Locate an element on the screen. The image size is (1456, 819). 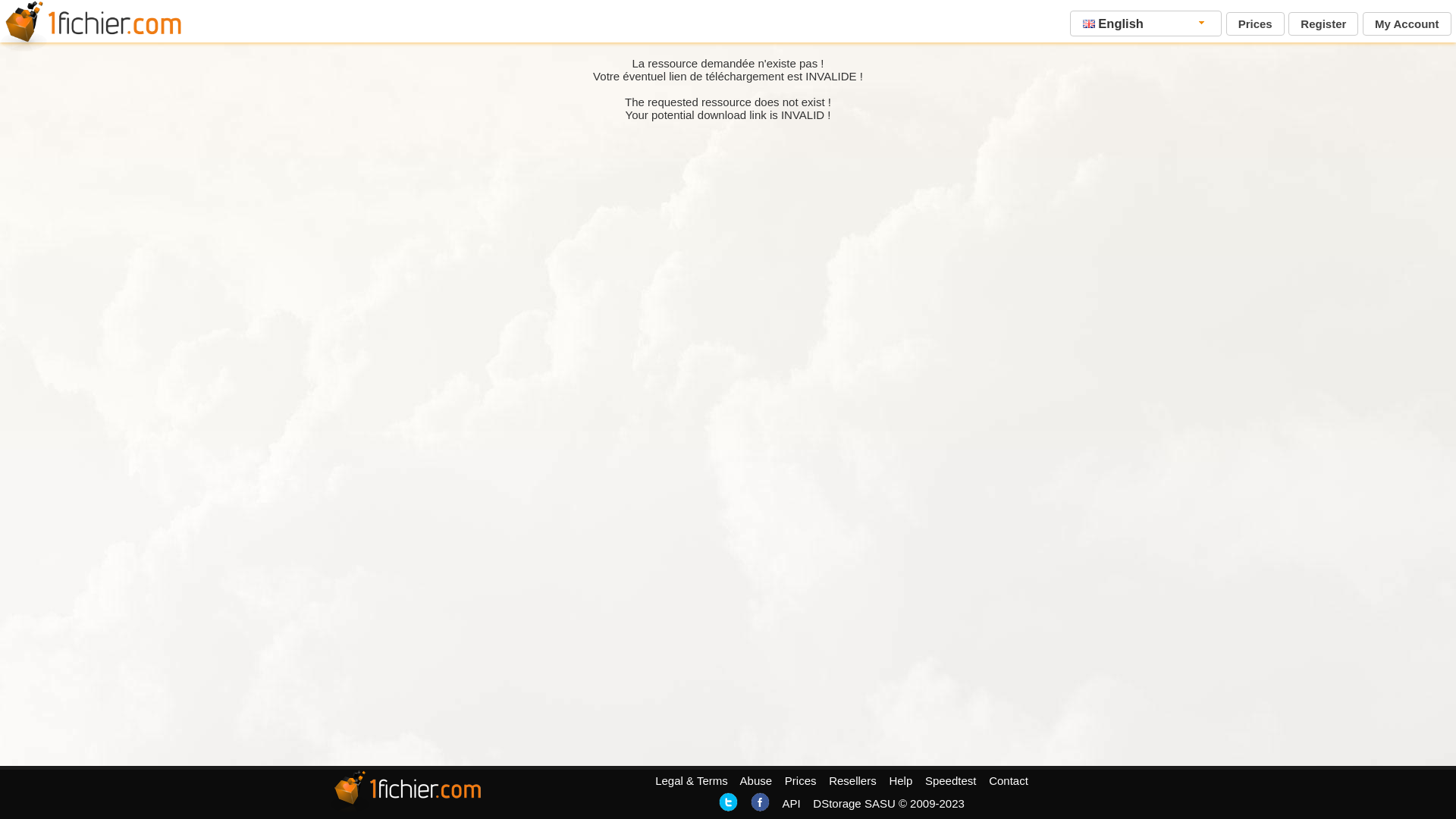
'Contact' is located at coordinates (1008, 780).